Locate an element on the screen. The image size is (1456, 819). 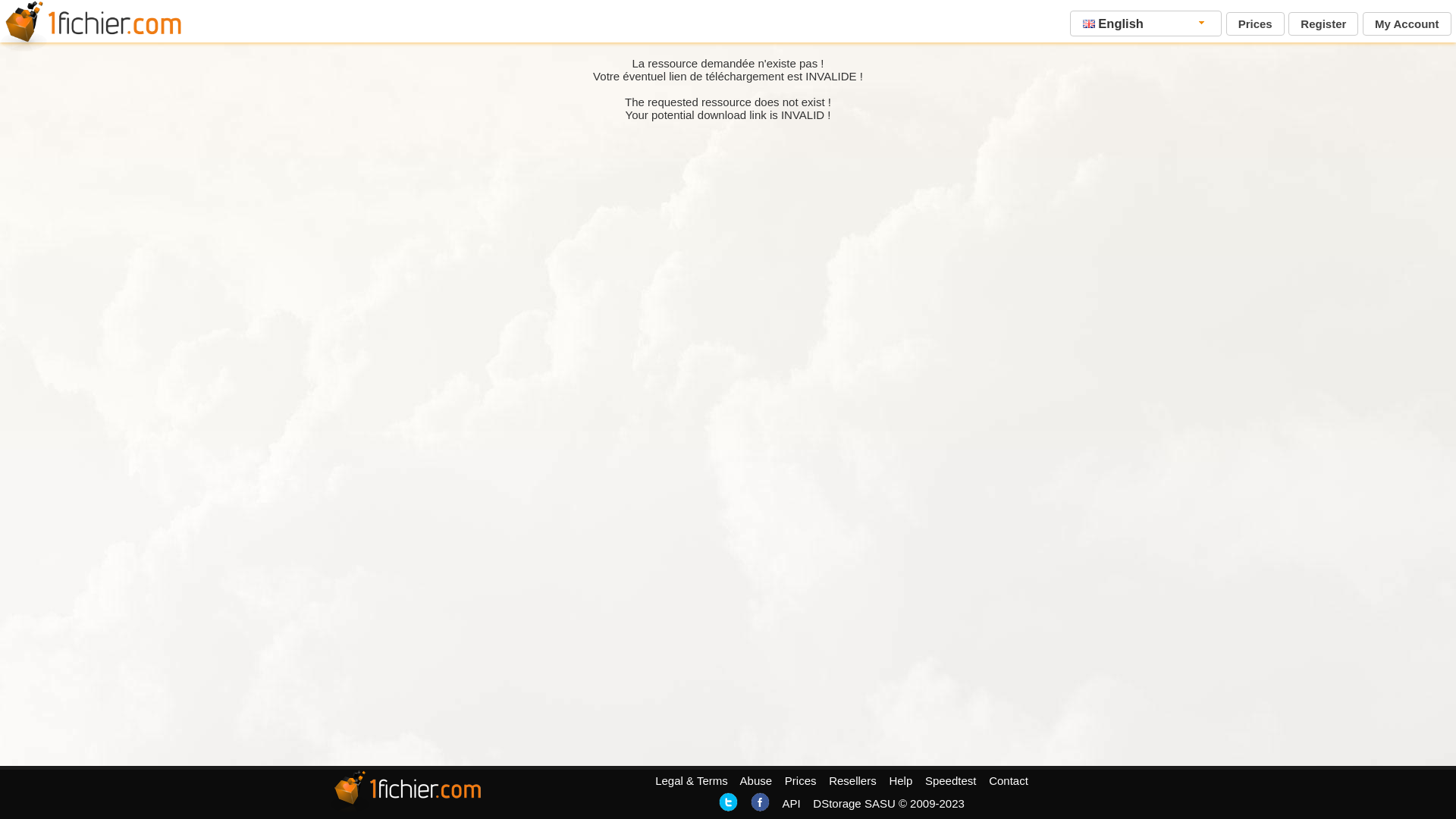
'Contact' is located at coordinates (1008, 780).